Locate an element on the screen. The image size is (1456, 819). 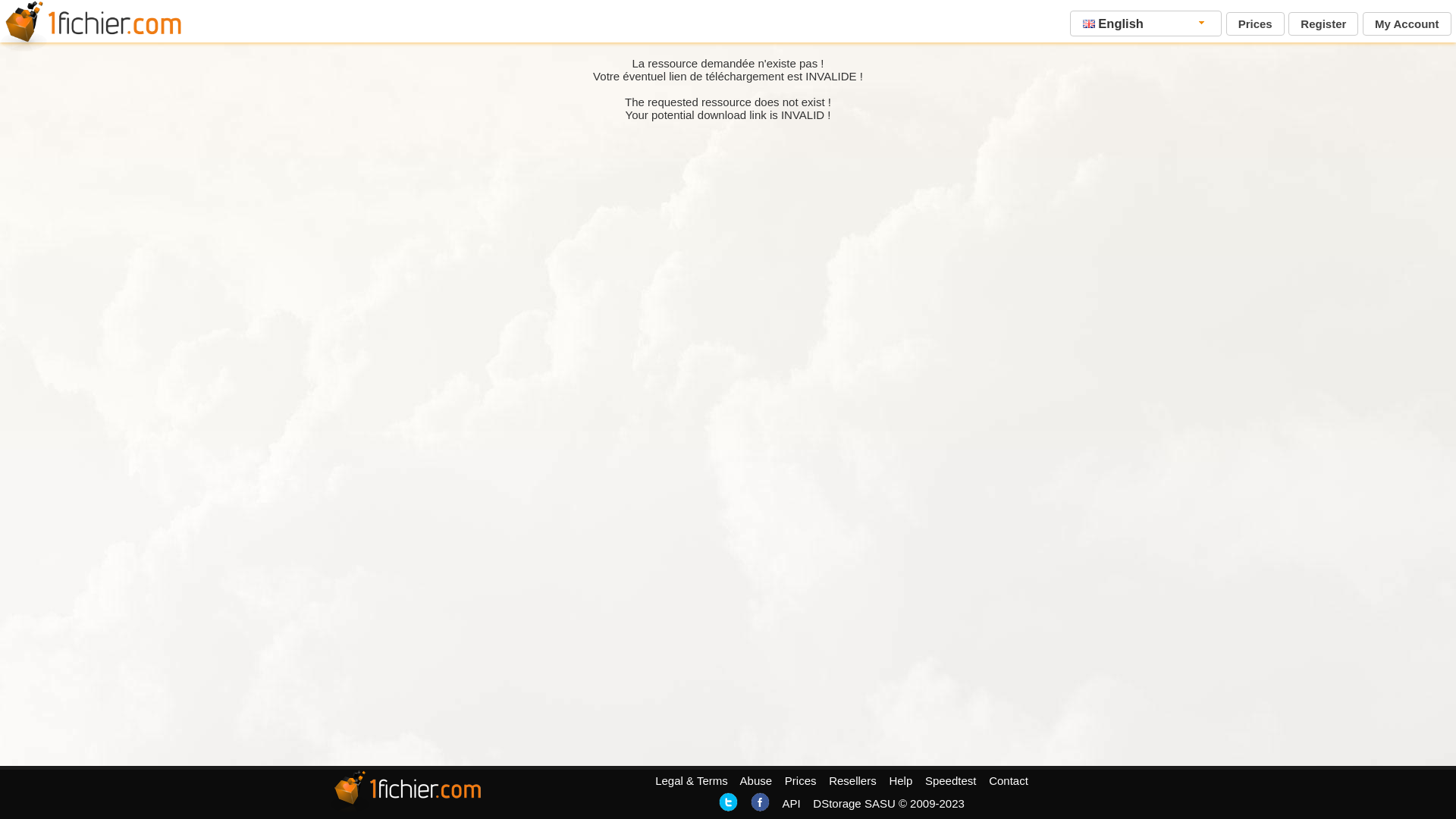
'Contact' is located at coordinates (1008, 780).